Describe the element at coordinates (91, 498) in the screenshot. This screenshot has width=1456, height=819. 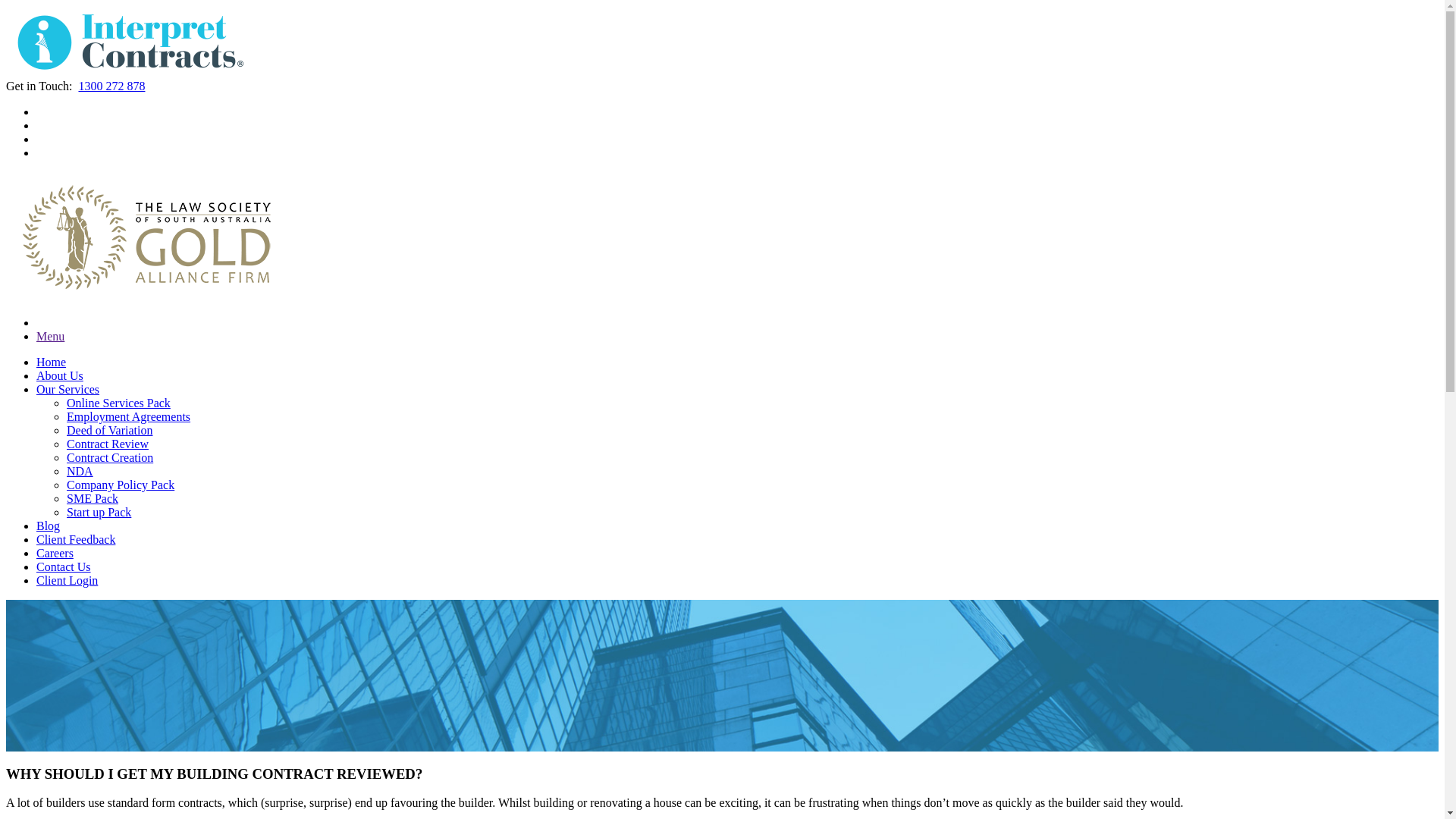
I see `'SME Pack'` at that location.